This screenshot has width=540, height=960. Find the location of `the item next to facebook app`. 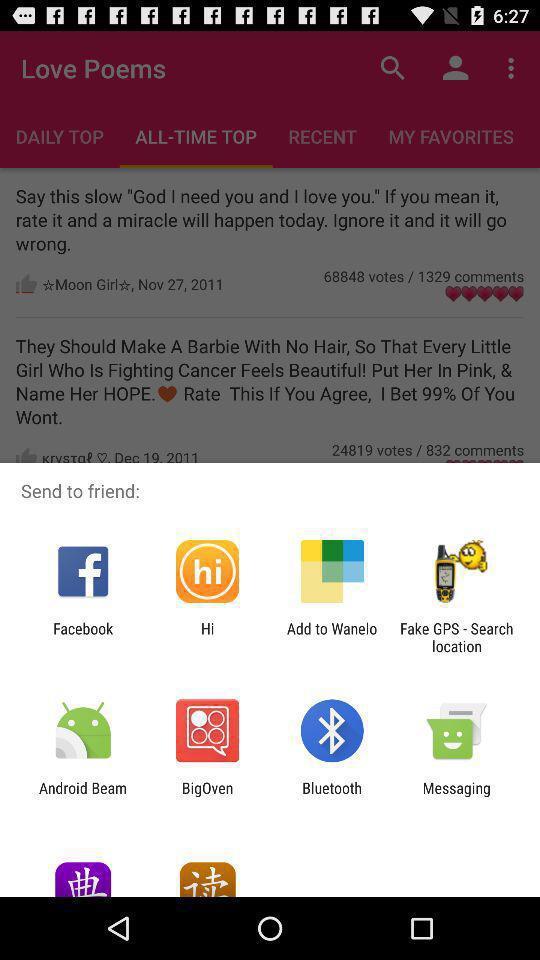

the item next to facebook app is located at coordinates (206, 636).